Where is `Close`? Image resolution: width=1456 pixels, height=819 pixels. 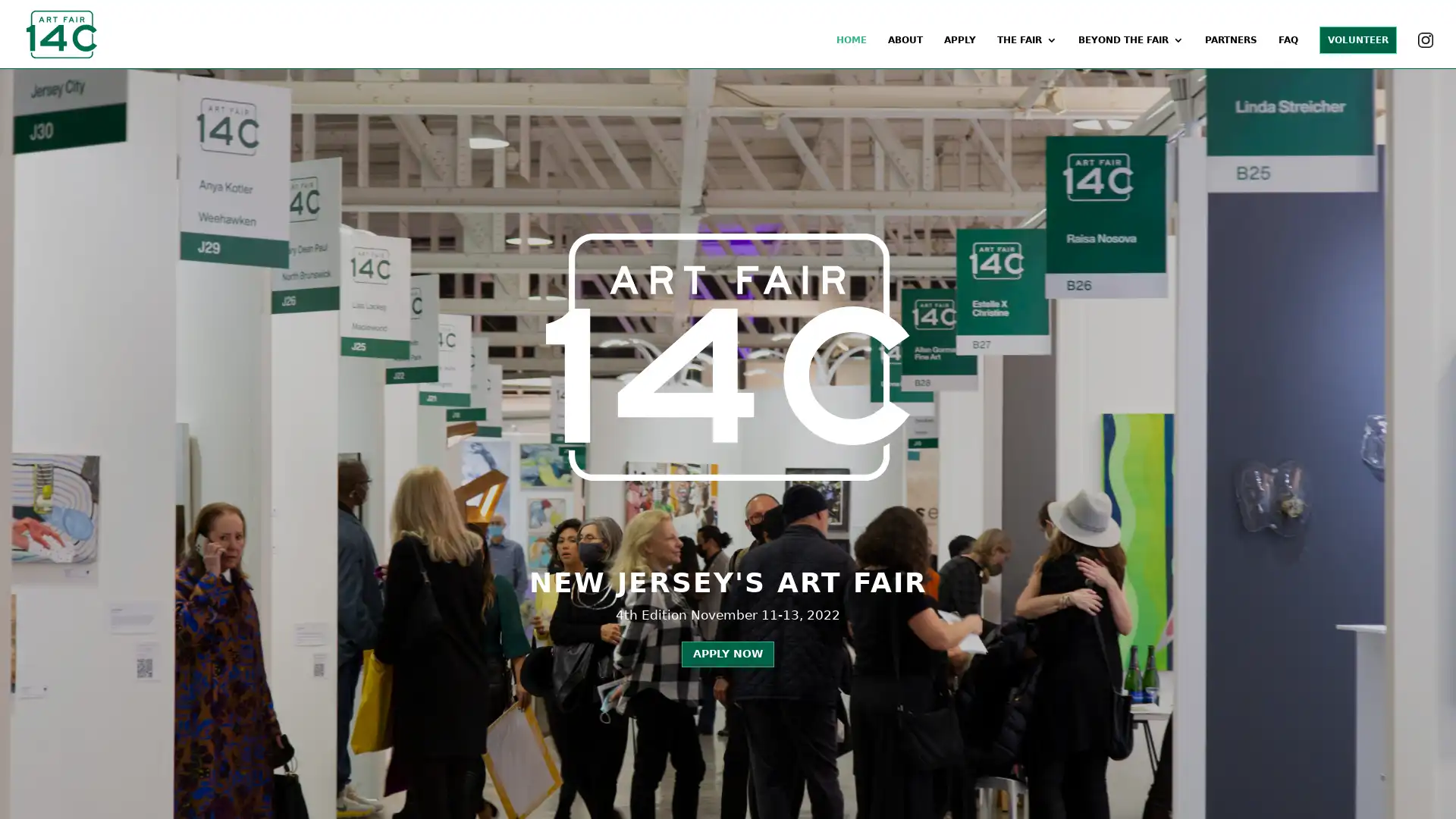 Close is located at coordinates (949, 51).